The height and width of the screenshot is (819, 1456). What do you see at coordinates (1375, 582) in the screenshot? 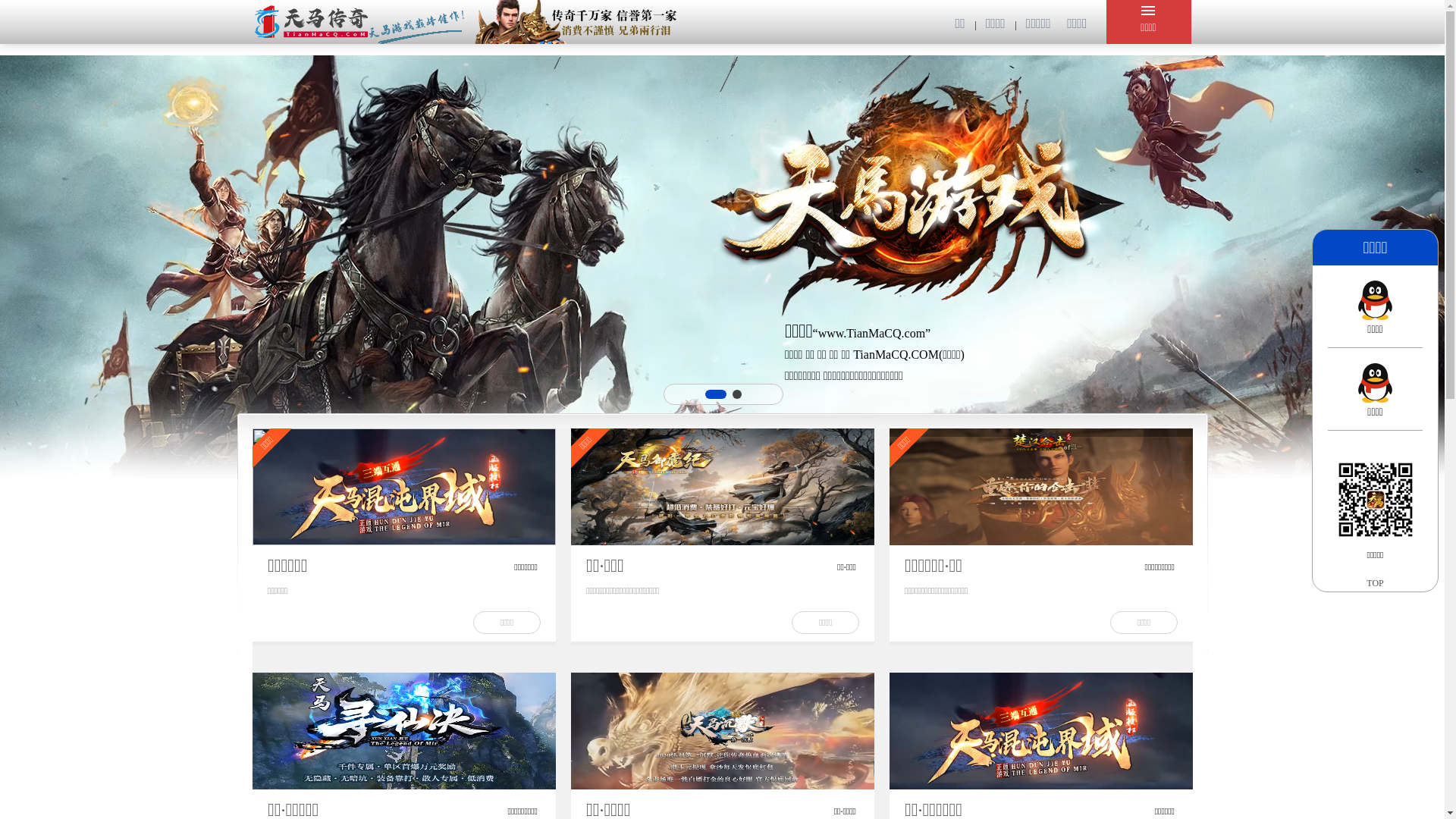
I see `'TOP'` at bounding box center [1375, 582].